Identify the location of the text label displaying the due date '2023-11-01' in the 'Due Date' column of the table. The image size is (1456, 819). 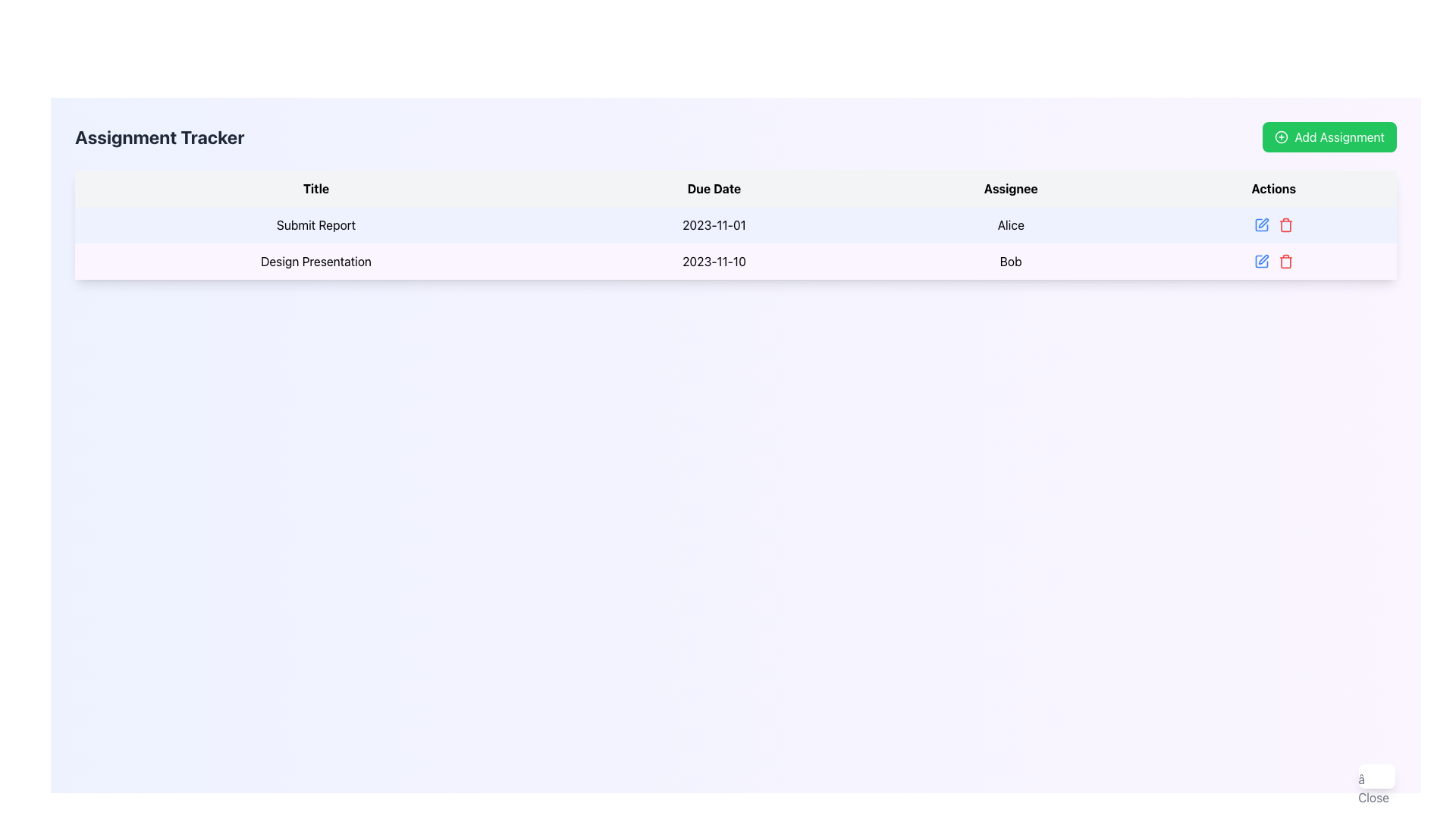
(713, 225).